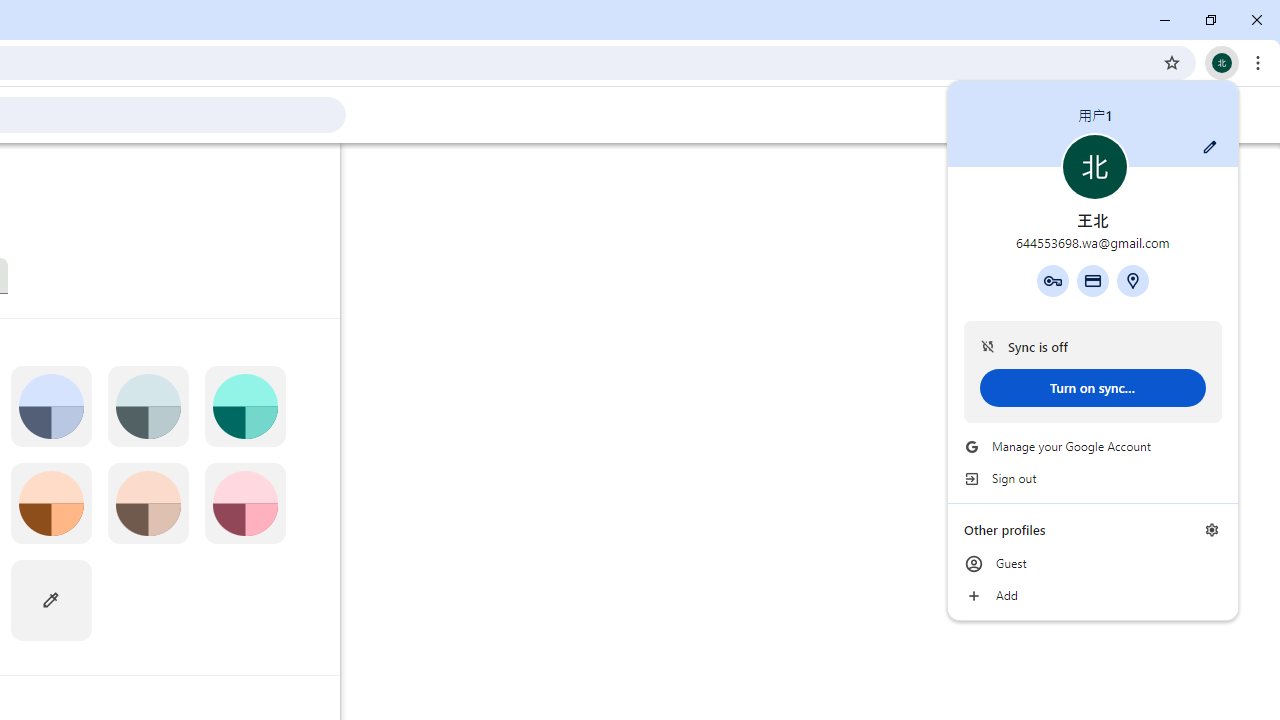  What do you see at coordinates (1092, 595) in the screenshot?
I see `'Add'` at bounding box center [1092, 595].